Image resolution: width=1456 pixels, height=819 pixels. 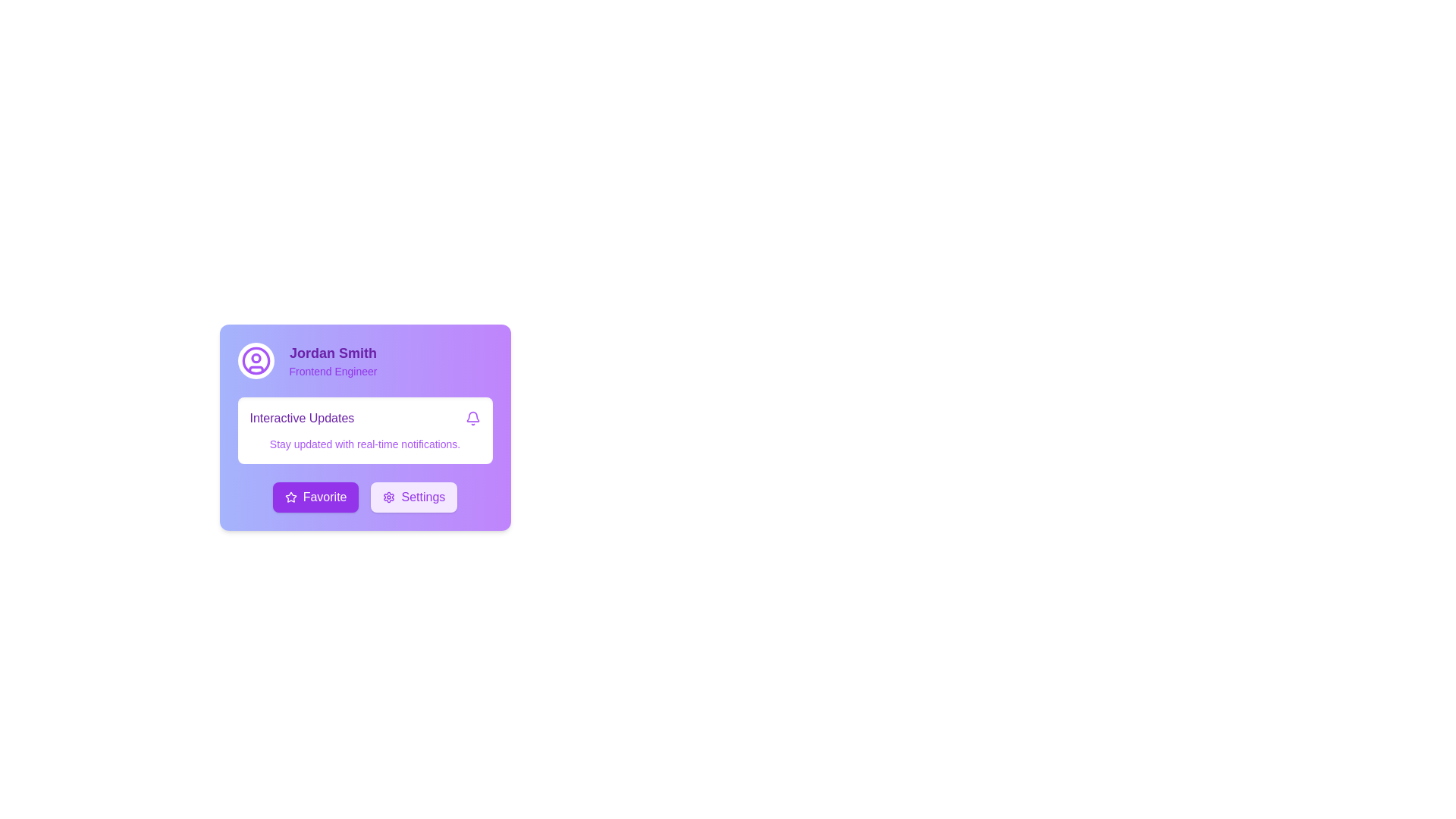 What do you see at coordinates (290, 497) in the screenshot?
I see `the 'Favorite' button which contains a star-shaped icon with a purple outline` at bounding box center [290, 497].